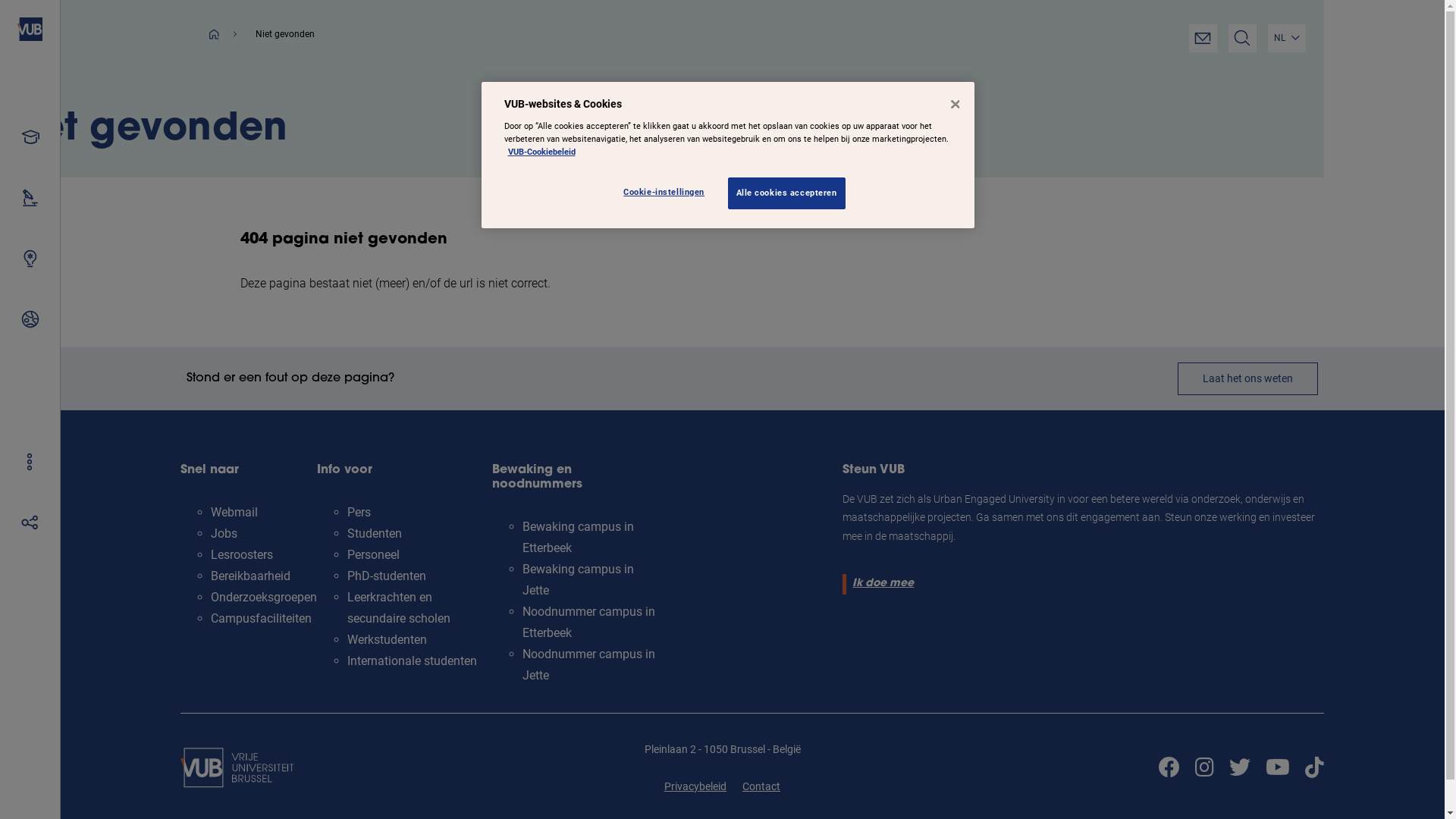  I want to click on 'Open de facebook pagina van VUB', so click(1168, 767).